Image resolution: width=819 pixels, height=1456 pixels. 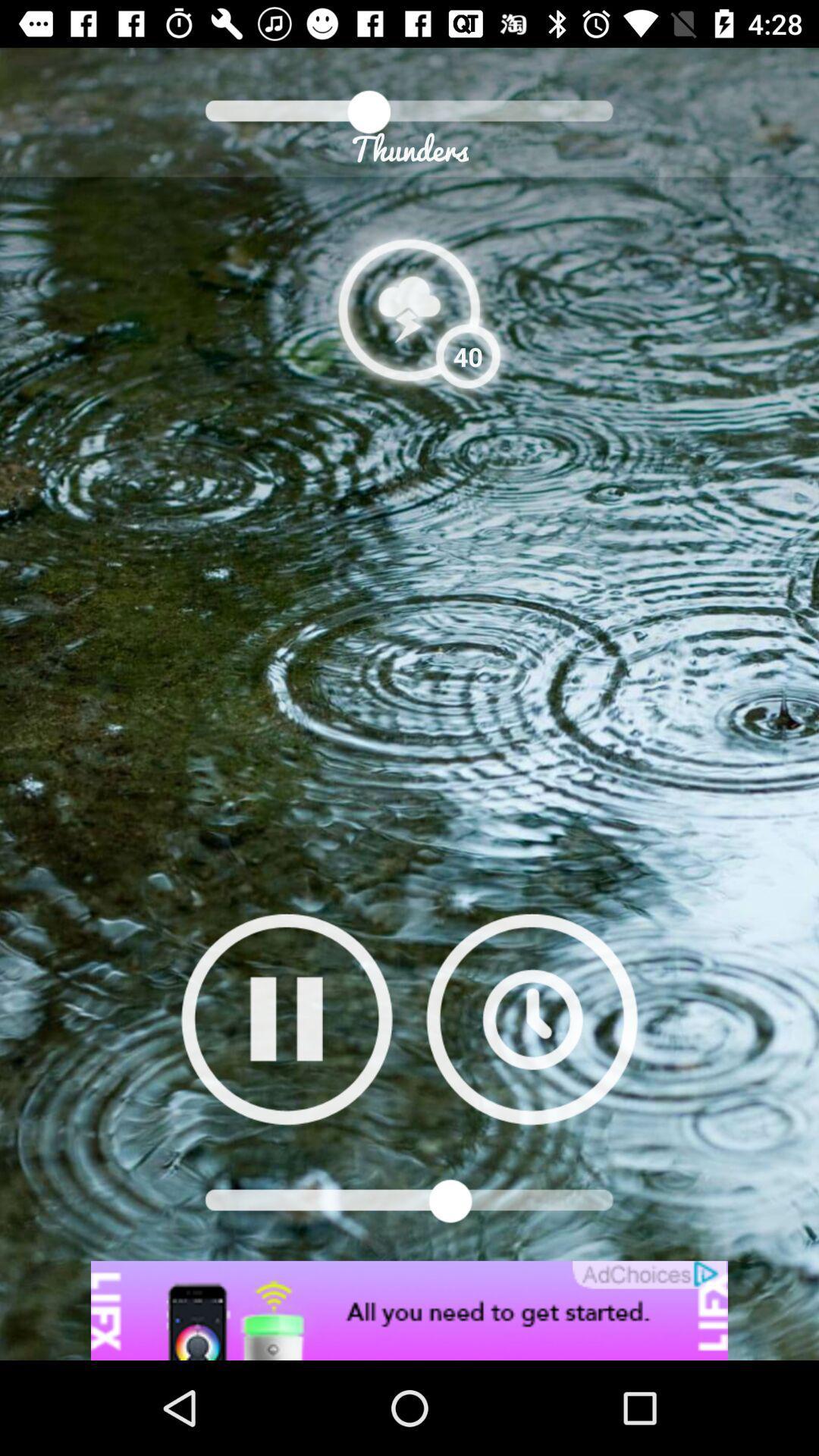 I want to click on visit the advertisement site, so click(x=409, y=1310).